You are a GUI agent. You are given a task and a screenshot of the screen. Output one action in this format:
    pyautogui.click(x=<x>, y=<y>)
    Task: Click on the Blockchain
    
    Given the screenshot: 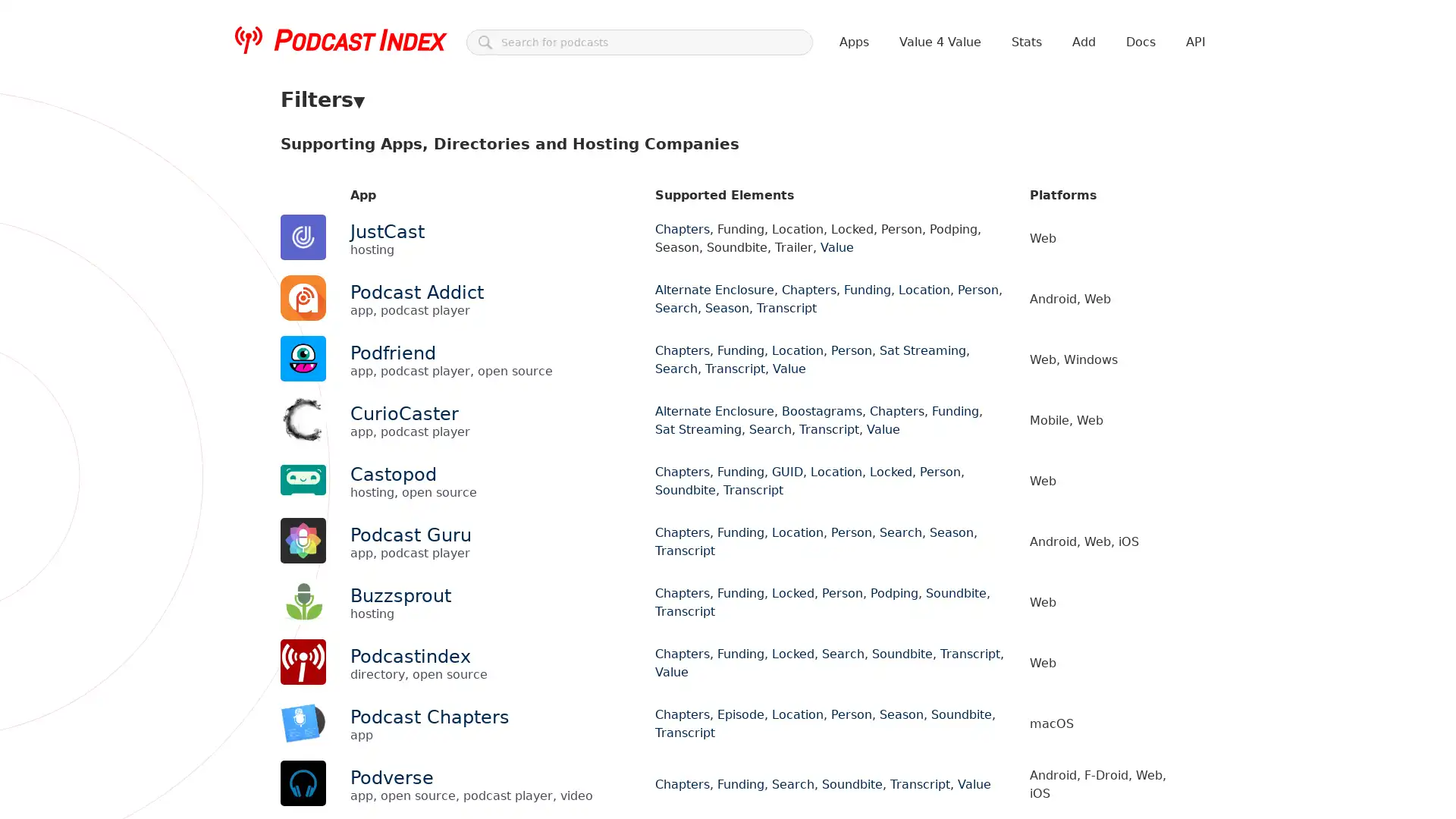 What is the action you would take?
    pyautogui.click(x=395, y=146)
    